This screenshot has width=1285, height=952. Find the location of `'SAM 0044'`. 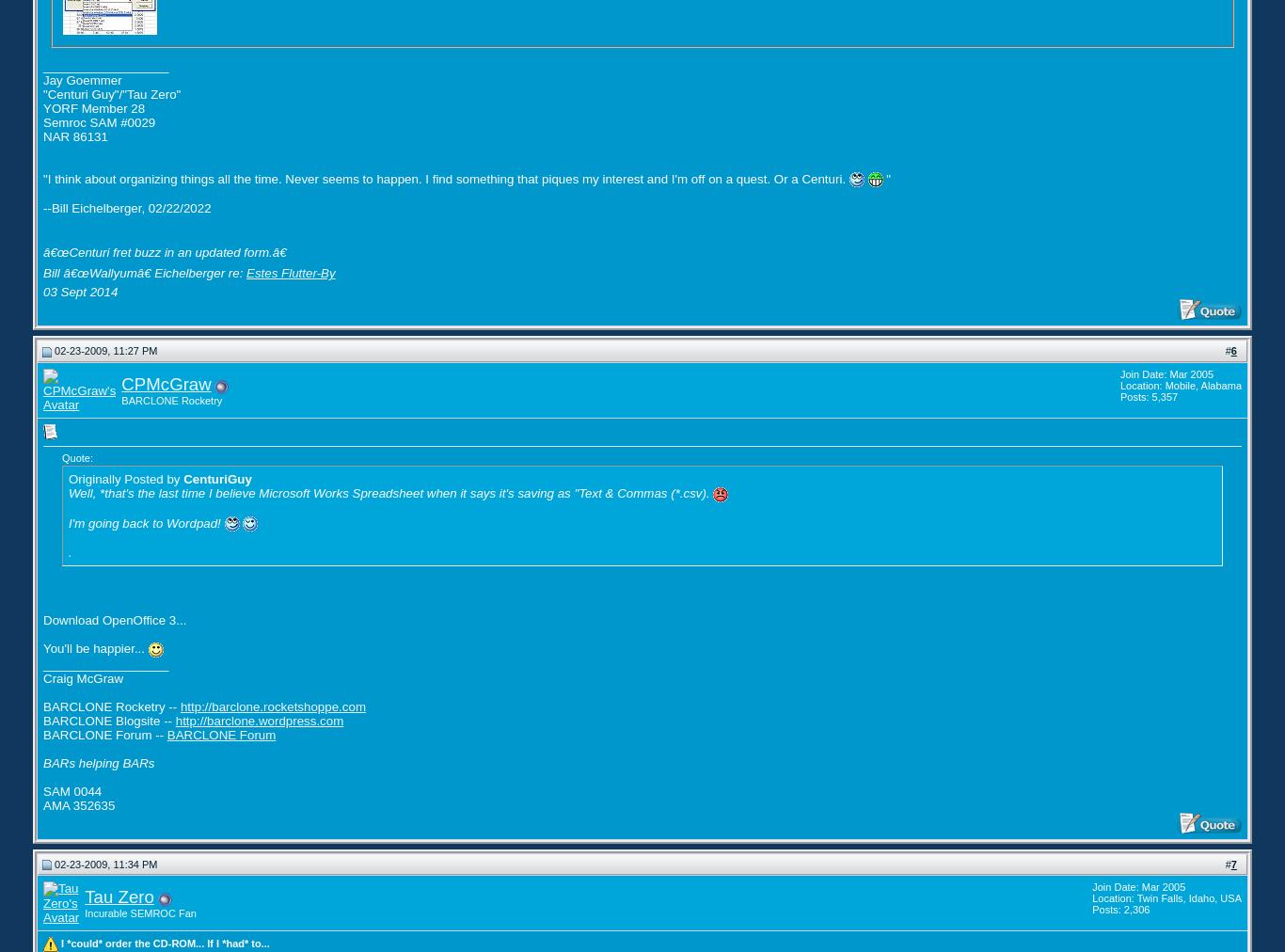

'SAM 0044' is located at coordinates (72, 789).